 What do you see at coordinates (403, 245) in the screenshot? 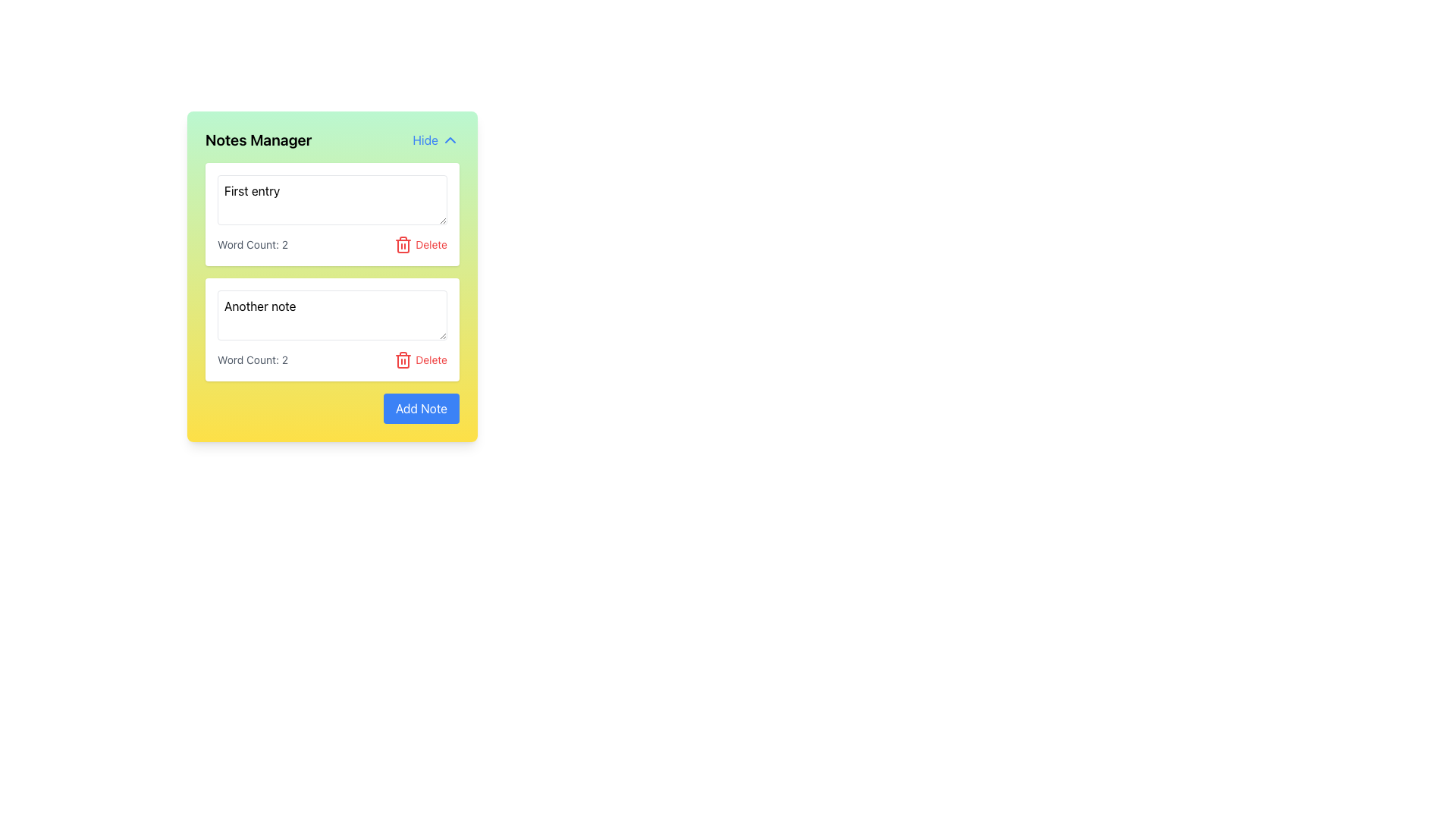
I see `the supporting graphic component located at the top-right corner of the trash can icon for the first note in the 'Notes Manager' interface` at bounding box center [403, 245].